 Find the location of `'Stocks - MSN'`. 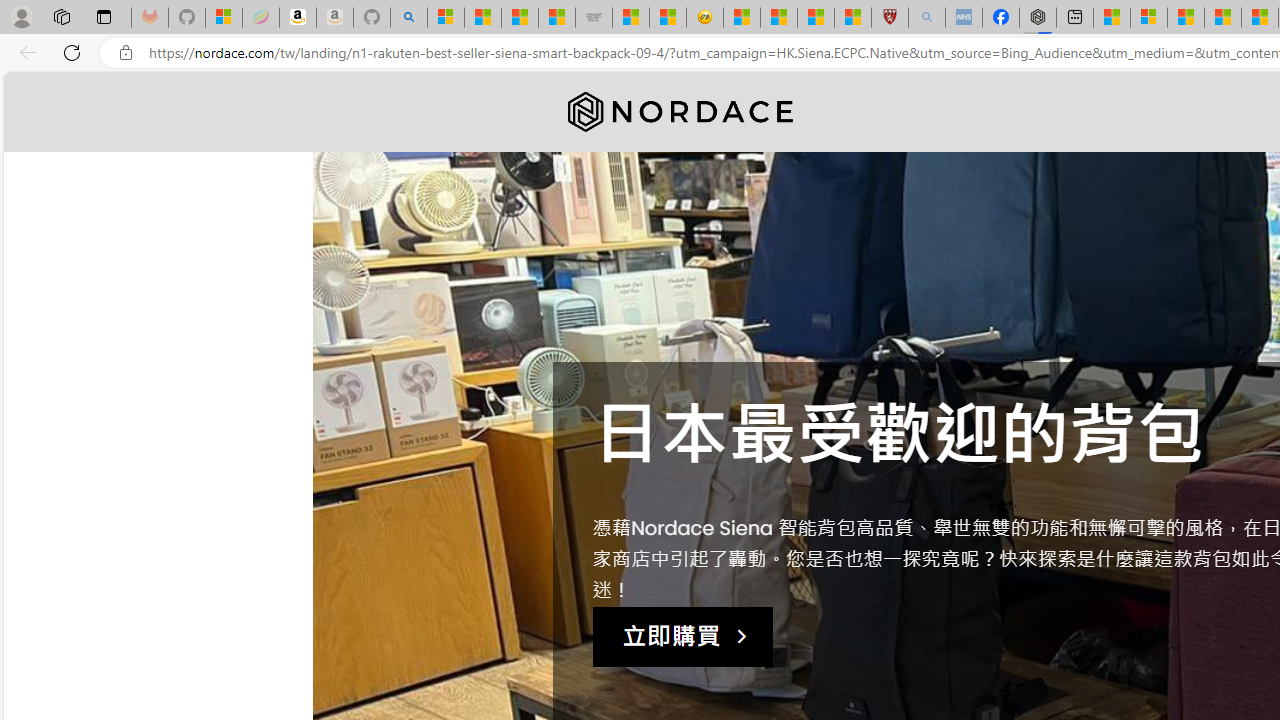

'Stocks - MSN' is located at coordinates (556, 17).